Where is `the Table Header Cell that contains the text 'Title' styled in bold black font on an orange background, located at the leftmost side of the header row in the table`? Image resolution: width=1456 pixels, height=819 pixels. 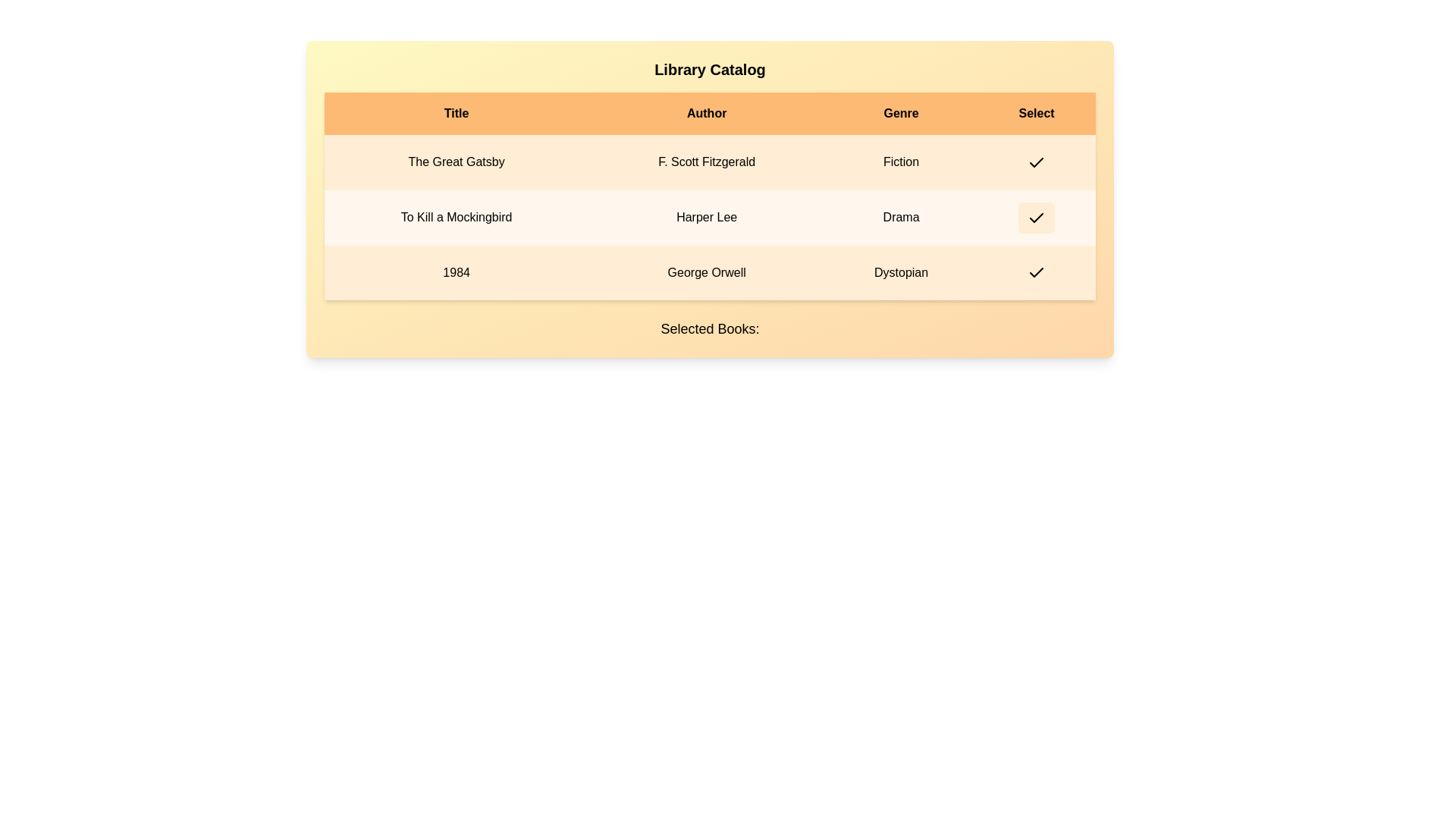
the Table Header Cell that contains the text 'Title' styled in bold black font on an orange background, located at the leftmost side of the header row in the table is located at coordinates (456, 113).